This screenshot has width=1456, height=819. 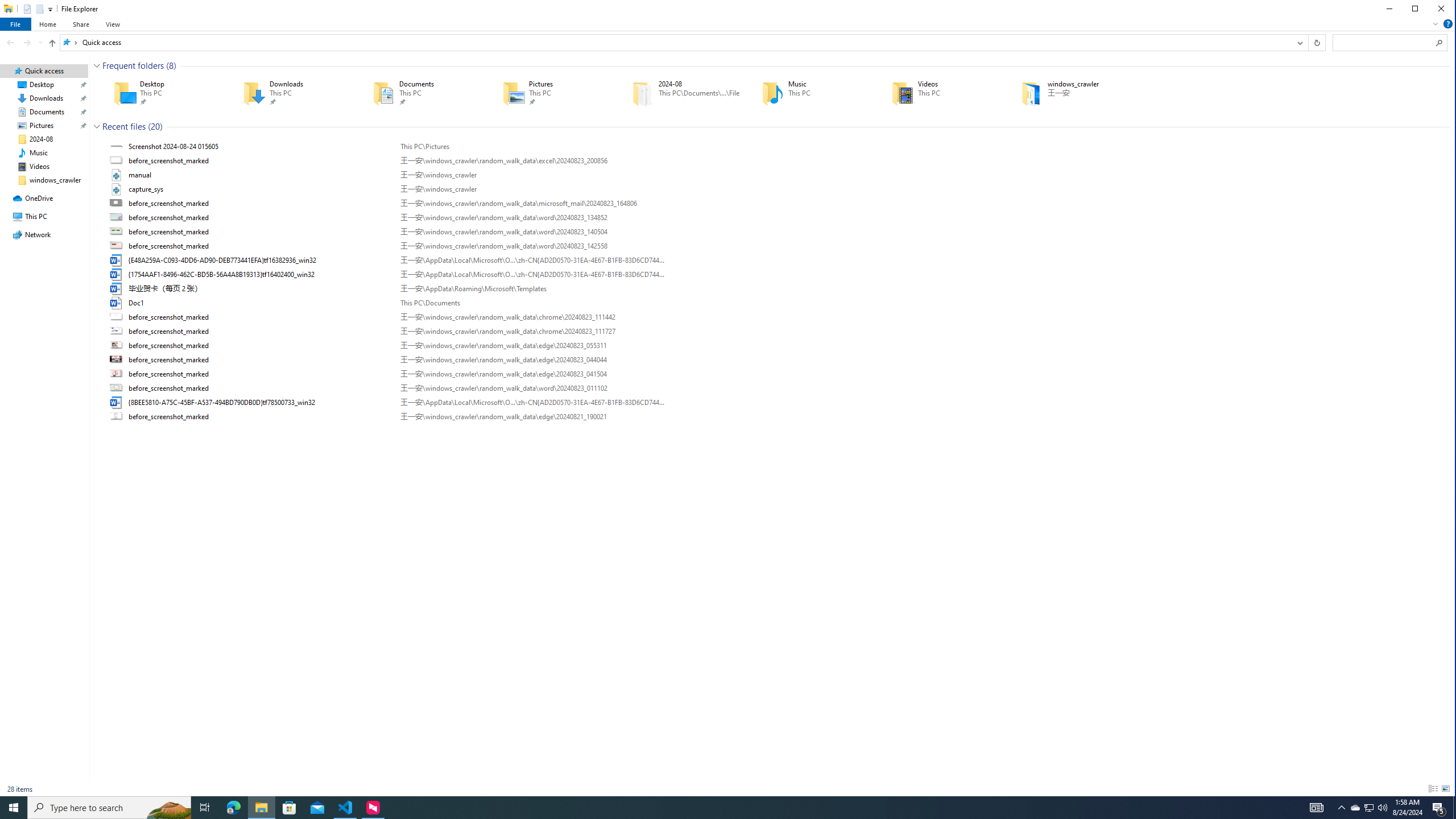 What do you see at coordinates (49, 9) in the screenshot?
I see `'Customize Quick Access Toolbar'` at bounding box center [49, 9].